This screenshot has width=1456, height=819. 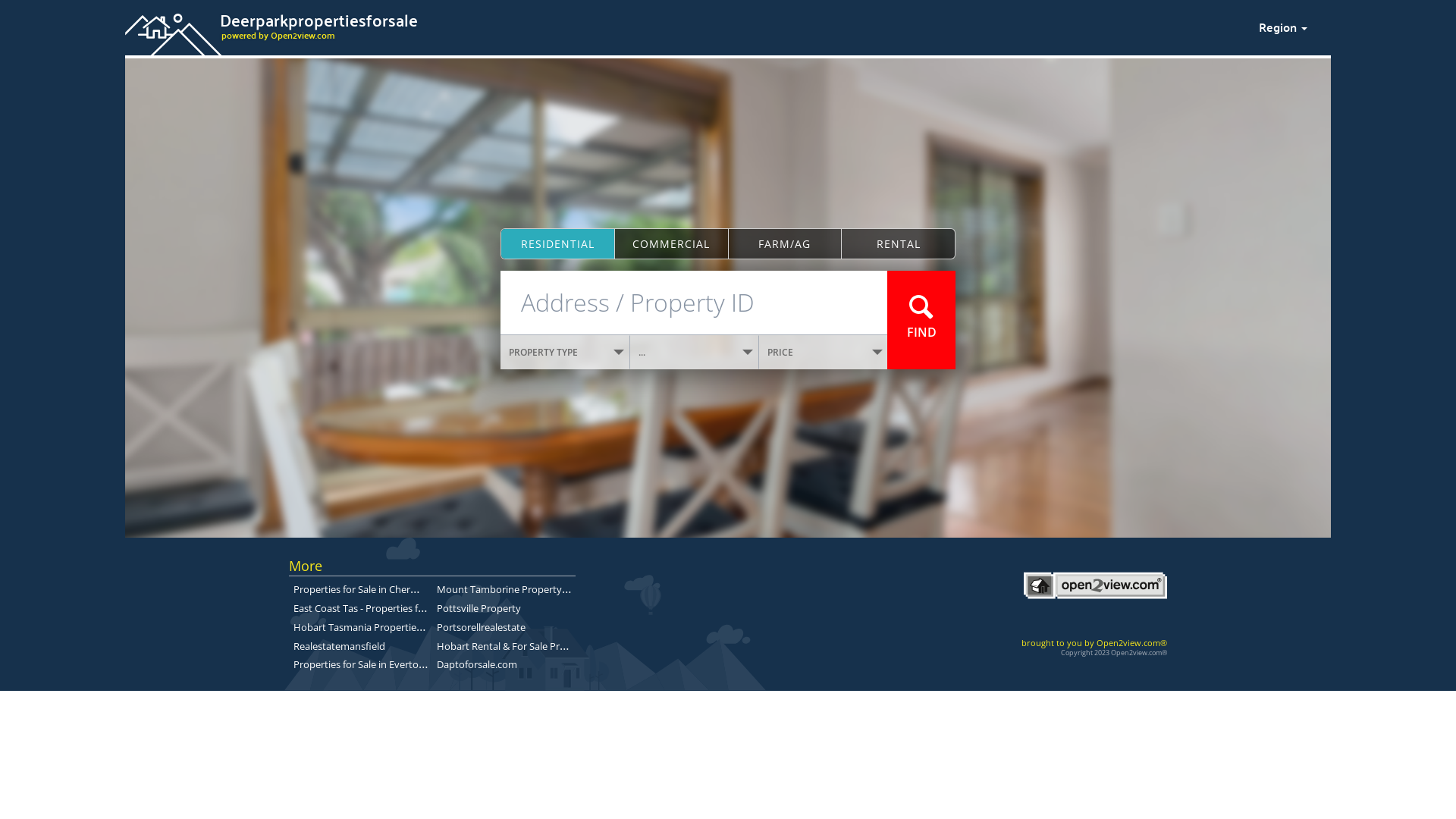 I want to click on 'Hobart Tasmania Properties for sale', so click(x=375, y=626).